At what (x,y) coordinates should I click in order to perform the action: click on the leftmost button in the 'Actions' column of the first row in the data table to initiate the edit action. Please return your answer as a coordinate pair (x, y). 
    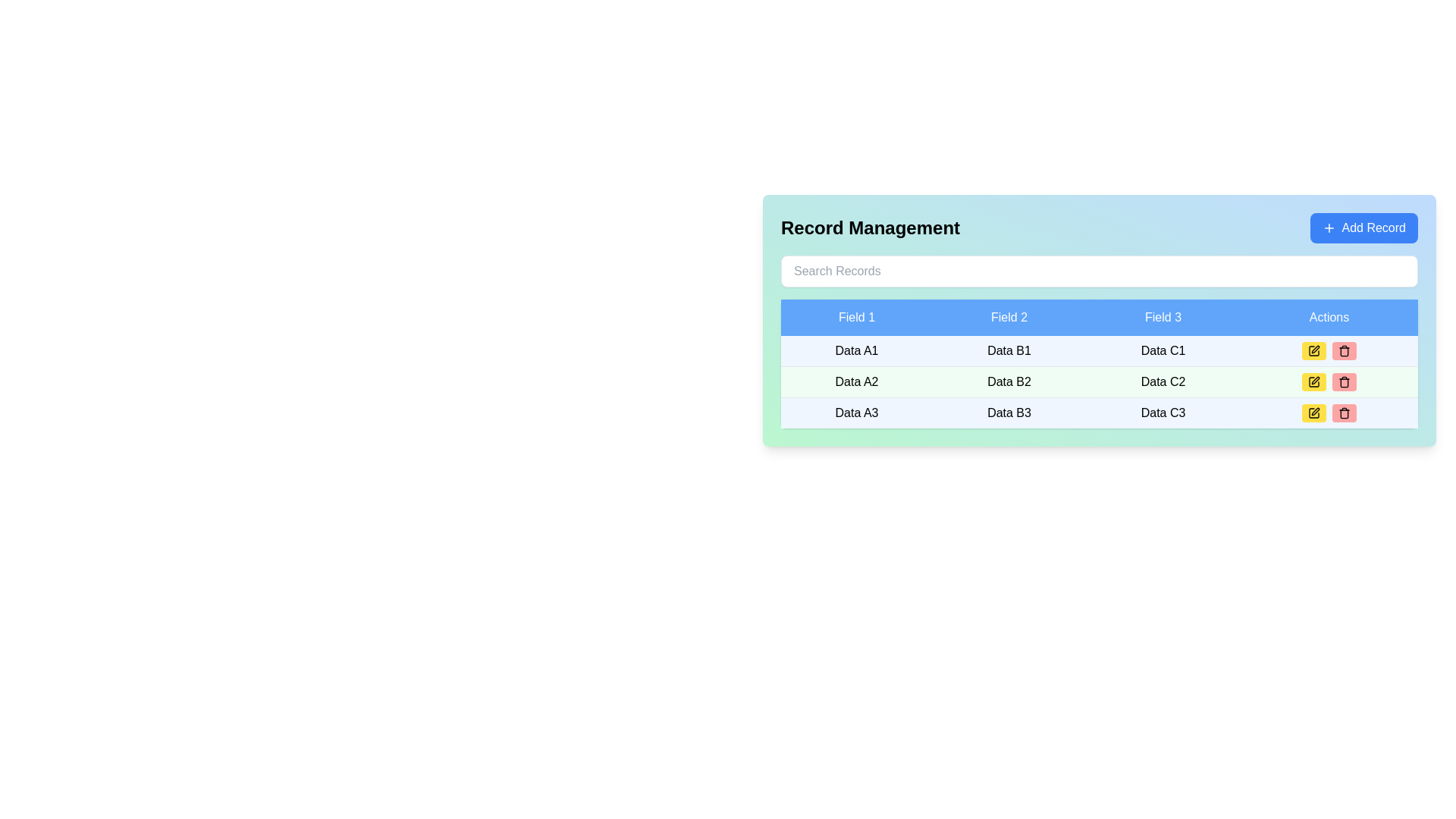
    Looking at the image, I should click on (1313, 350).